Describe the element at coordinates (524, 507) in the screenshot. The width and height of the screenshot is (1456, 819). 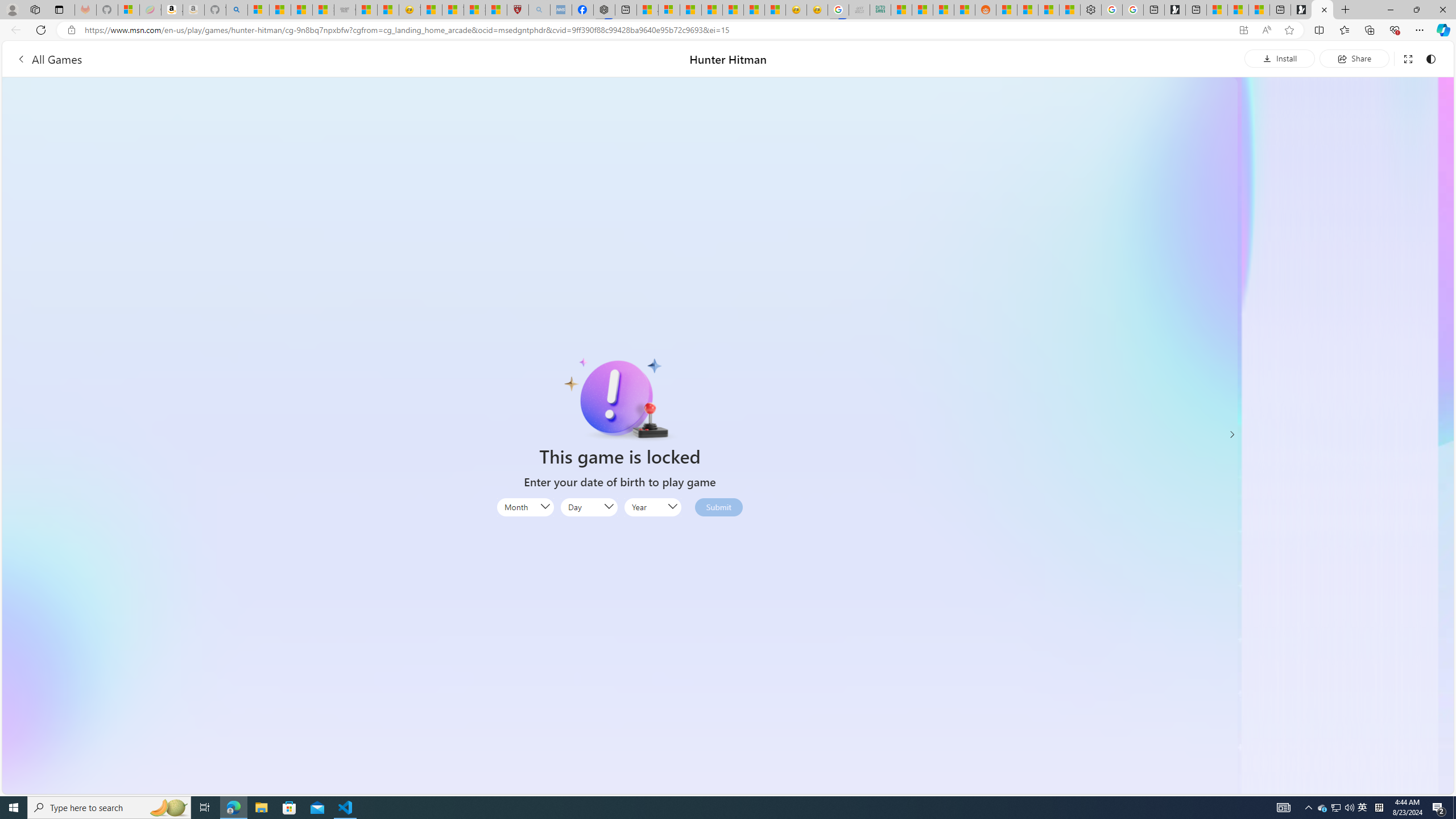
I see `'Month'` at that location.